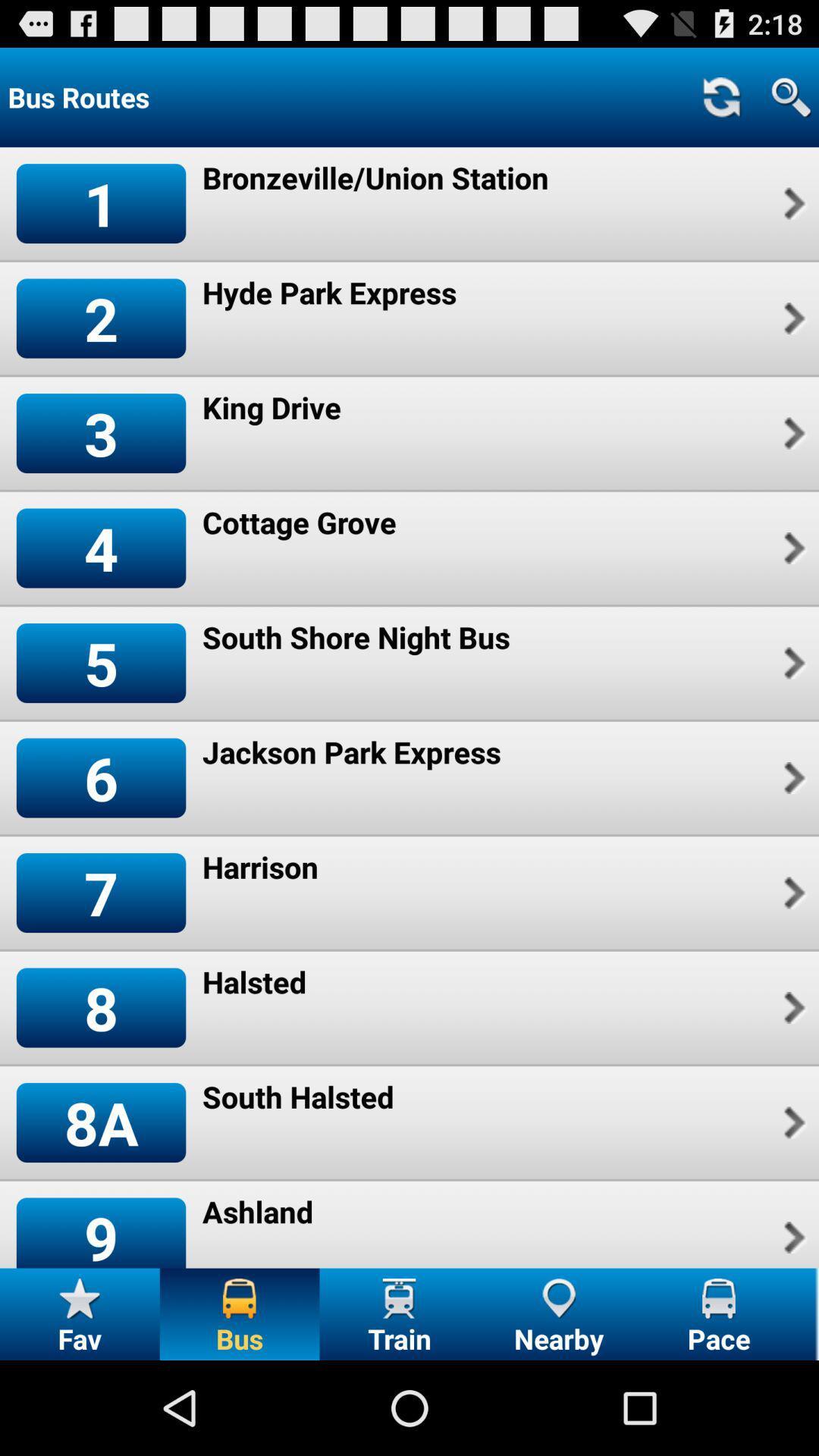  What do you see at coordinates (101, 663) in the screenshot?
I see `icon to the left of the south shore night app` at bounding box center [101, 663].